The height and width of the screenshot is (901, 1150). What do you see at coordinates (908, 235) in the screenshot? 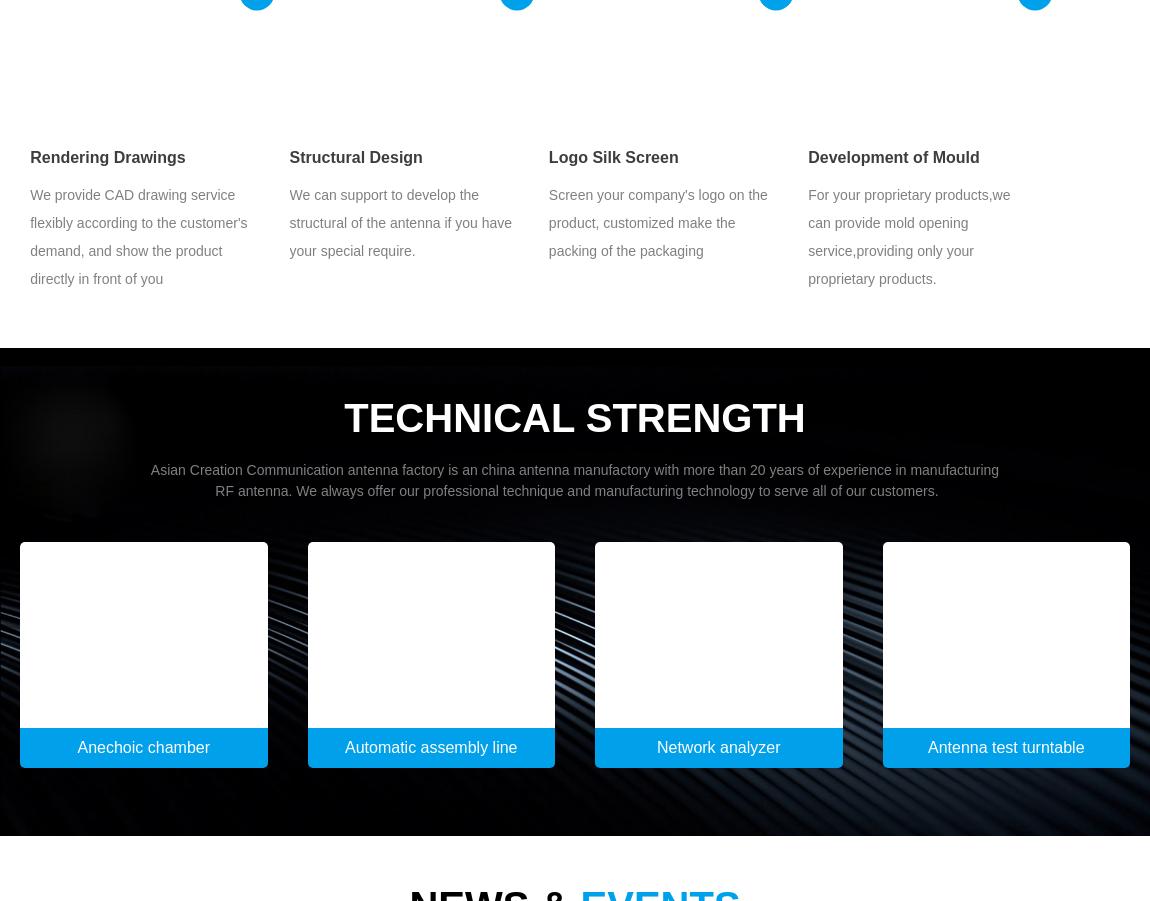
I see `'For your proprietary products,we can provide mold opening service,providing only your proprietary products.'` at bounding box center [908, 235].